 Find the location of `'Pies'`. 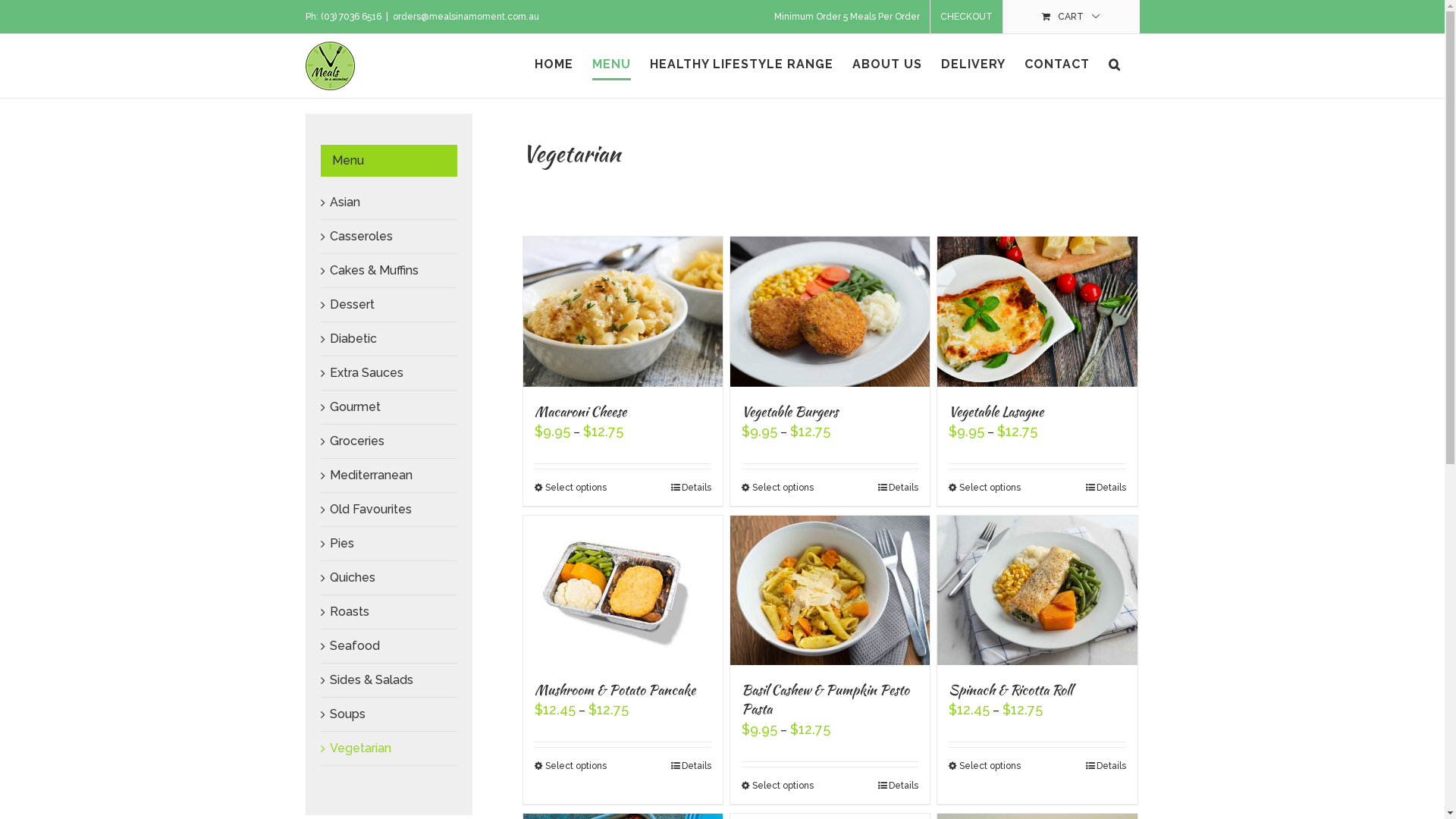

'Pies' is located at coordinates (340, 542).